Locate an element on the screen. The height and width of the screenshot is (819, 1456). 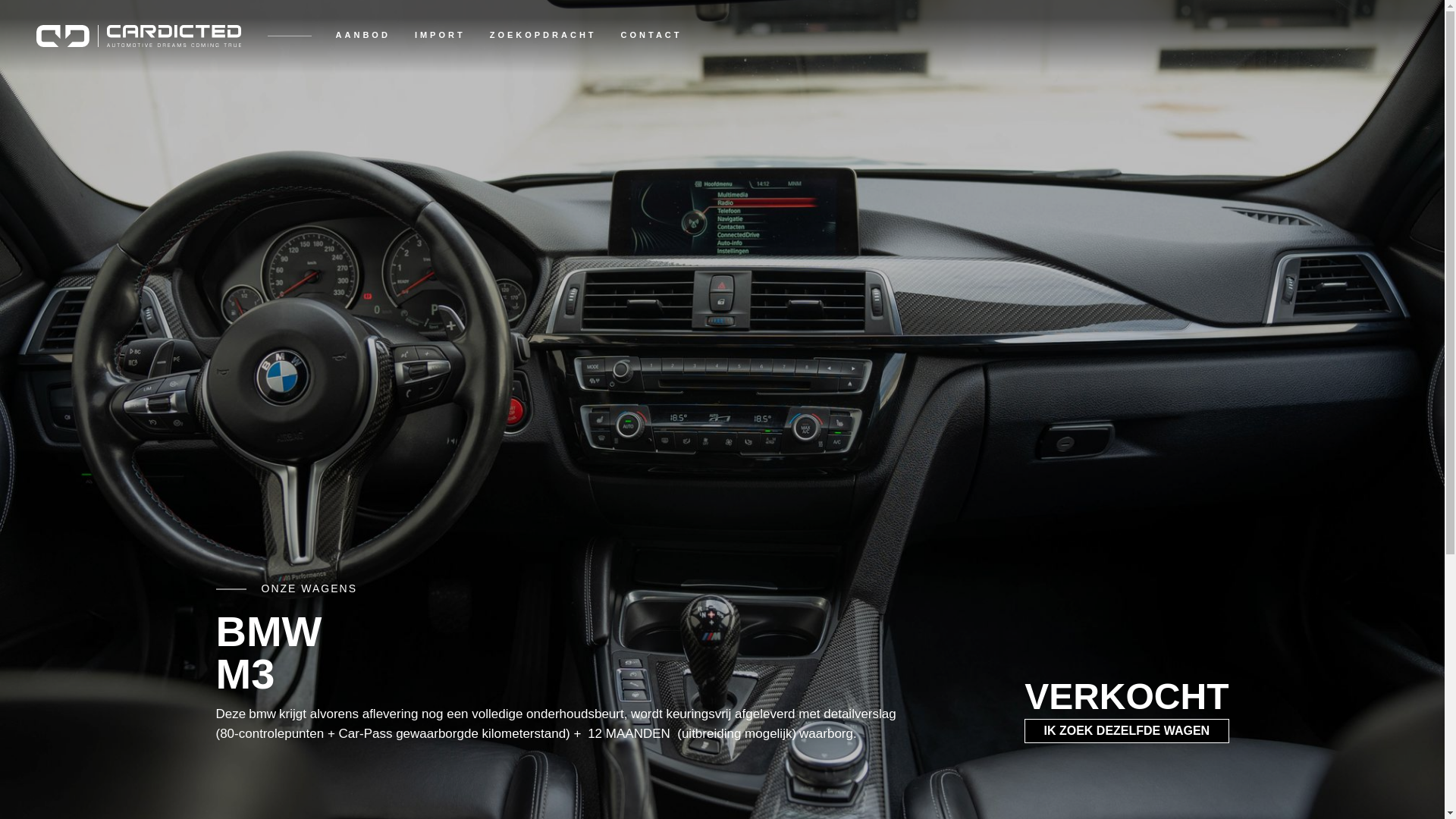
'IMPORT' is located at coordinates (439, 35).